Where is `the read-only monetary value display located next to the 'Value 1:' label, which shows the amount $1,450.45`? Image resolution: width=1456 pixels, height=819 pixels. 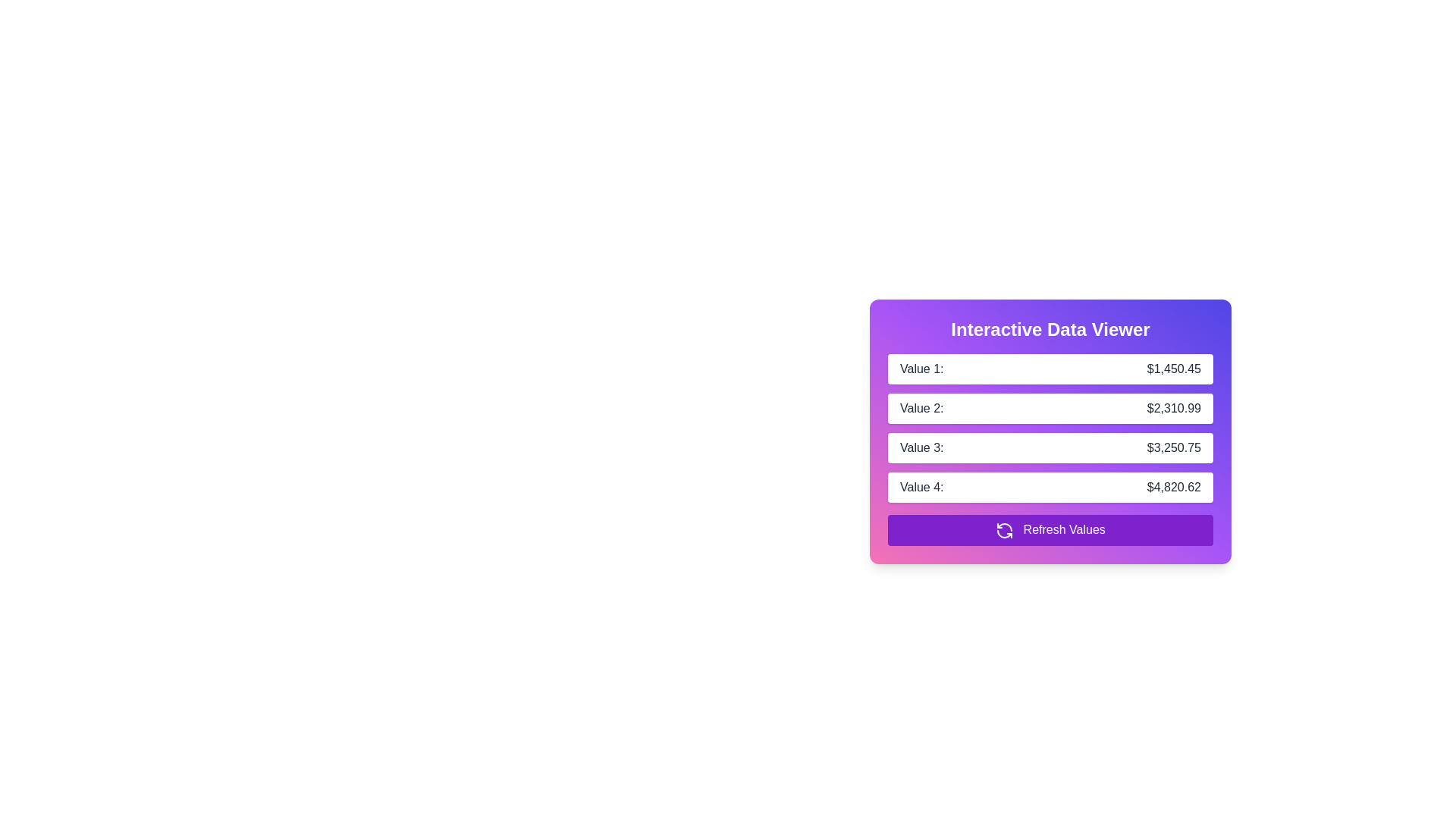
the read-only monetary value display located next to the 'Value 1:' label, which shows the amount $1,450.45 is located at coordinates (1173, 369).